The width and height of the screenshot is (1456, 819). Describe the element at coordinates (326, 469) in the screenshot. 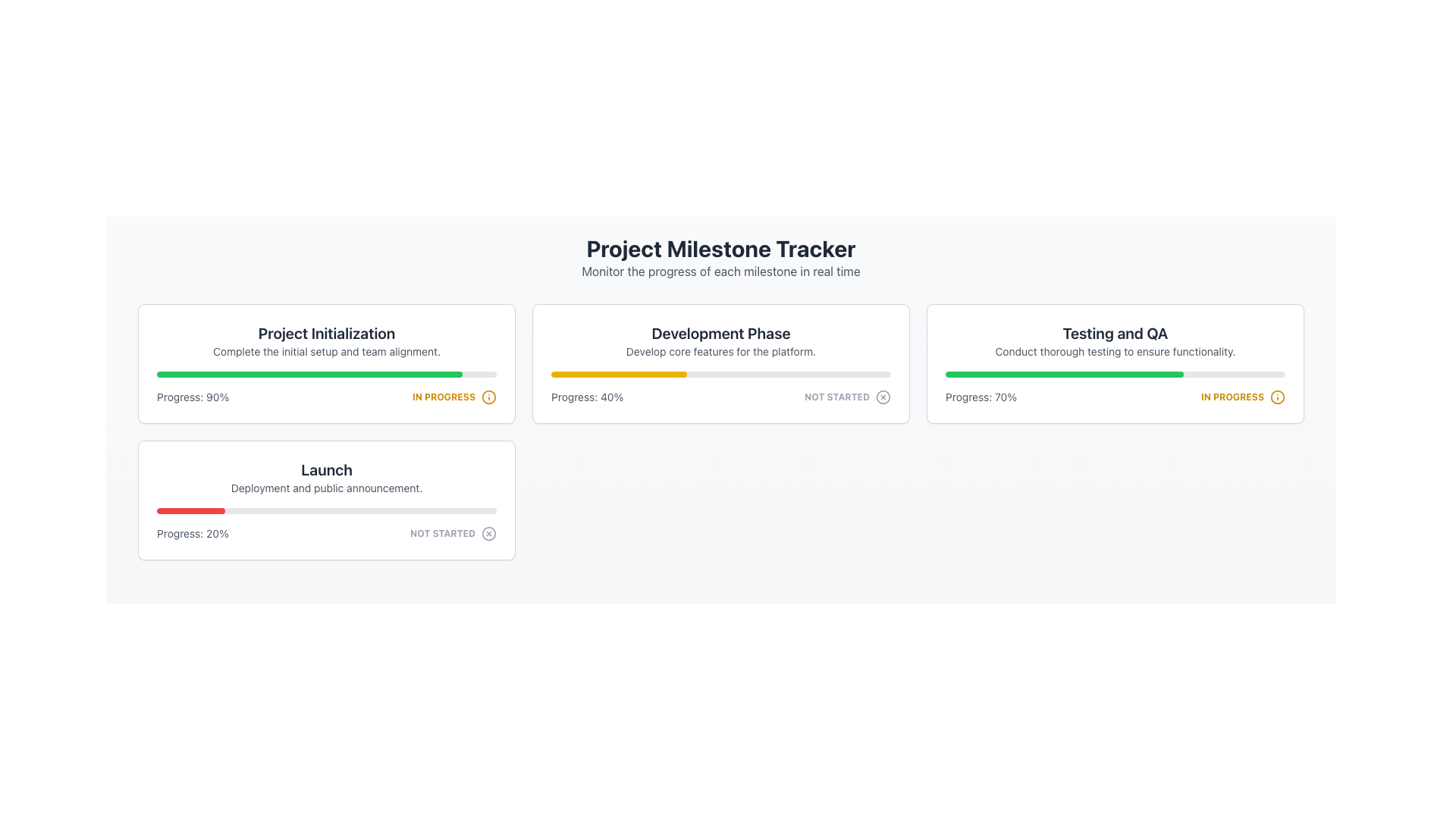

I see `the static text element titled 'Launch' which is displayed in bold and large dark gray font, located at the bottom-center of the milestone card section` at that location.